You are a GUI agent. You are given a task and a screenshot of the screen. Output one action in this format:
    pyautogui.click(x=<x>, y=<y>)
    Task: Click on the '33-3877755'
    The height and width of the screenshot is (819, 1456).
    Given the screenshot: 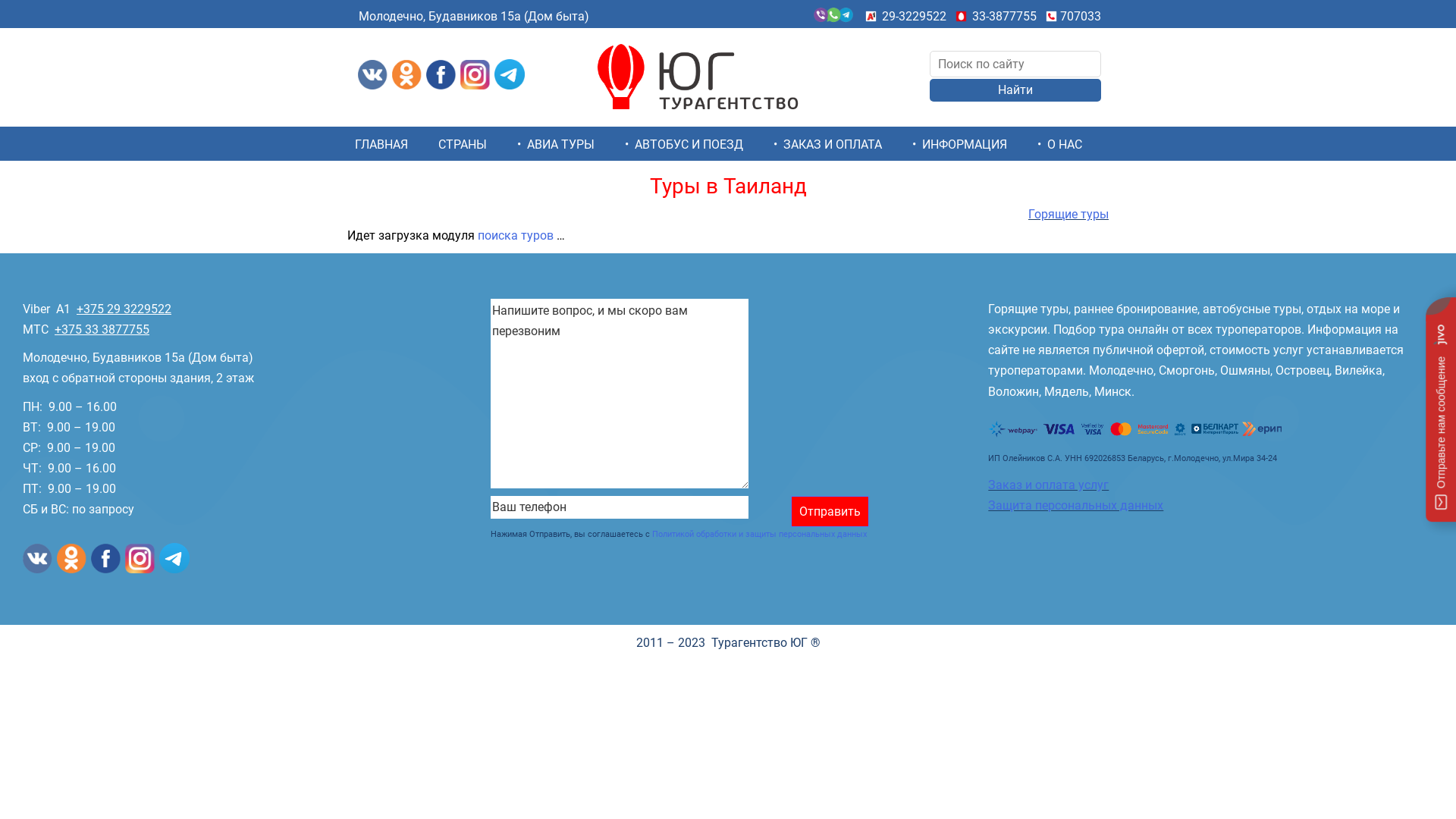 What is the action you would take?
    pyautogui.click(x=1004, y=16)
    